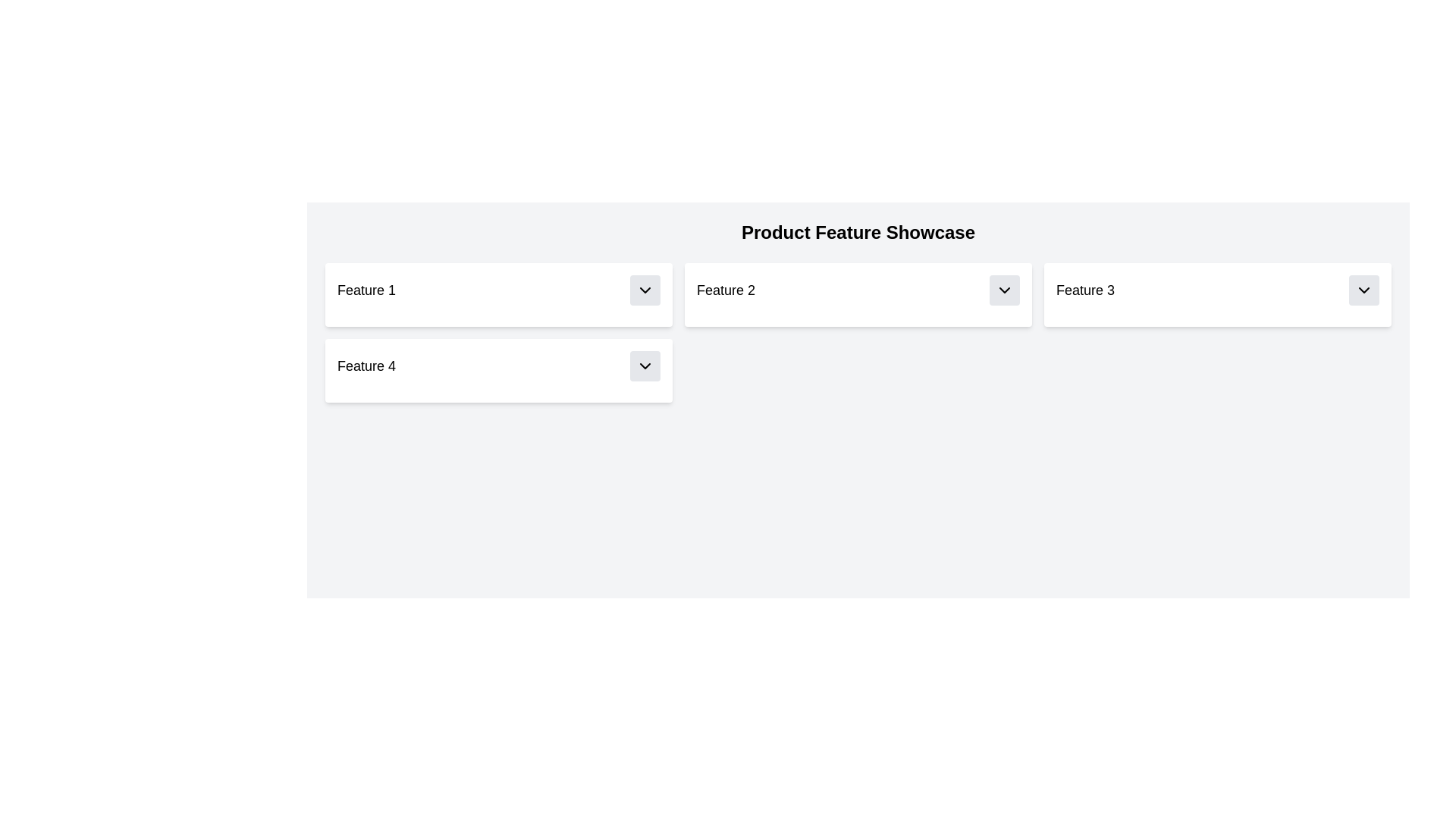  Describe the element at coordinates (1364, 290) in the screenshot. I see `the small downward-pointing chevron icon within the light gray rounded rectangular background` at that location.